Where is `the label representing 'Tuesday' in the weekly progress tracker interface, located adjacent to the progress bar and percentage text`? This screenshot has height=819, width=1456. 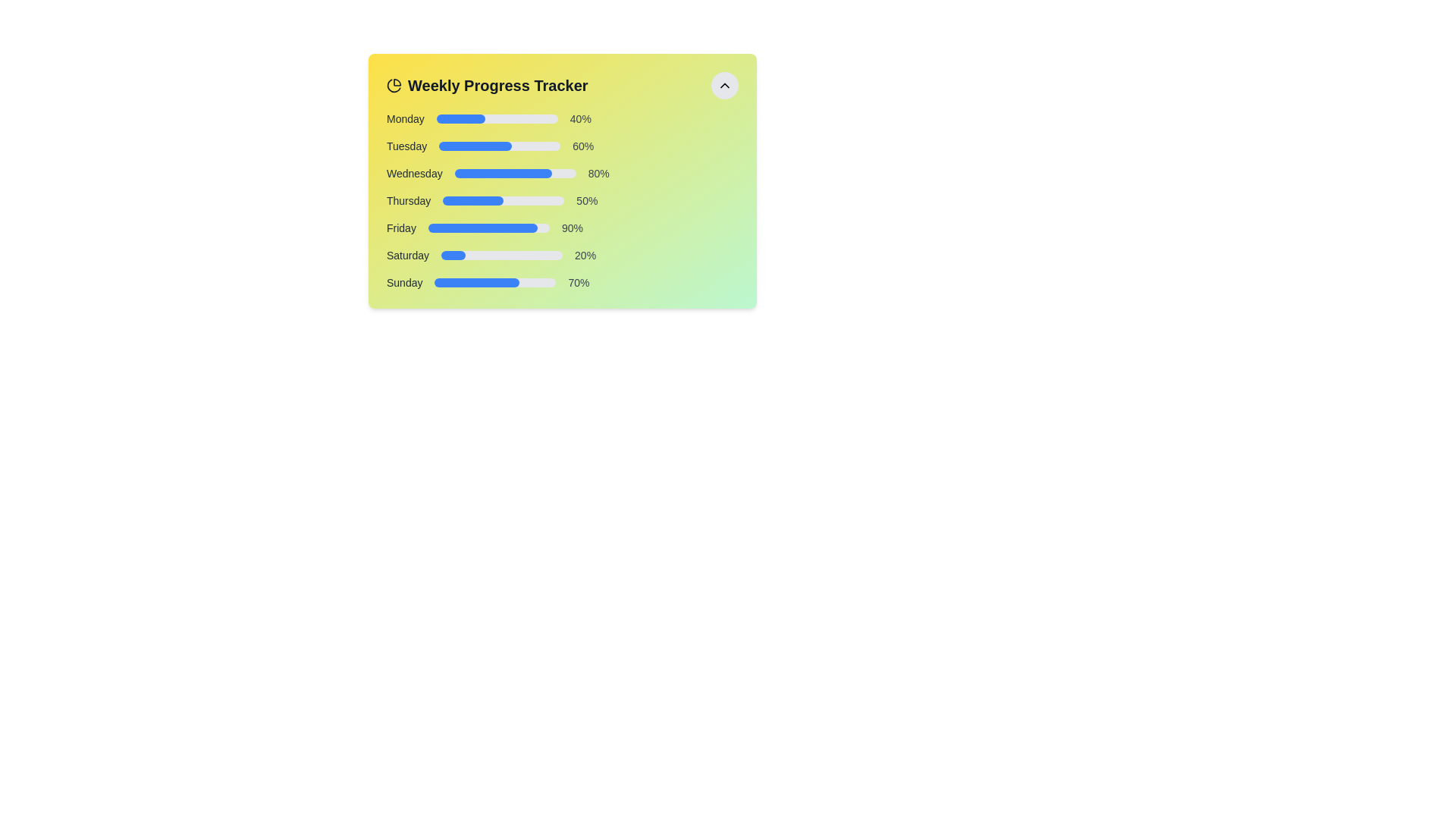
the label representing 'Tuesday' in the weekly progress tracker interface, located adjacent to the progress bar and percentage text is located at coordinates (406, 146).